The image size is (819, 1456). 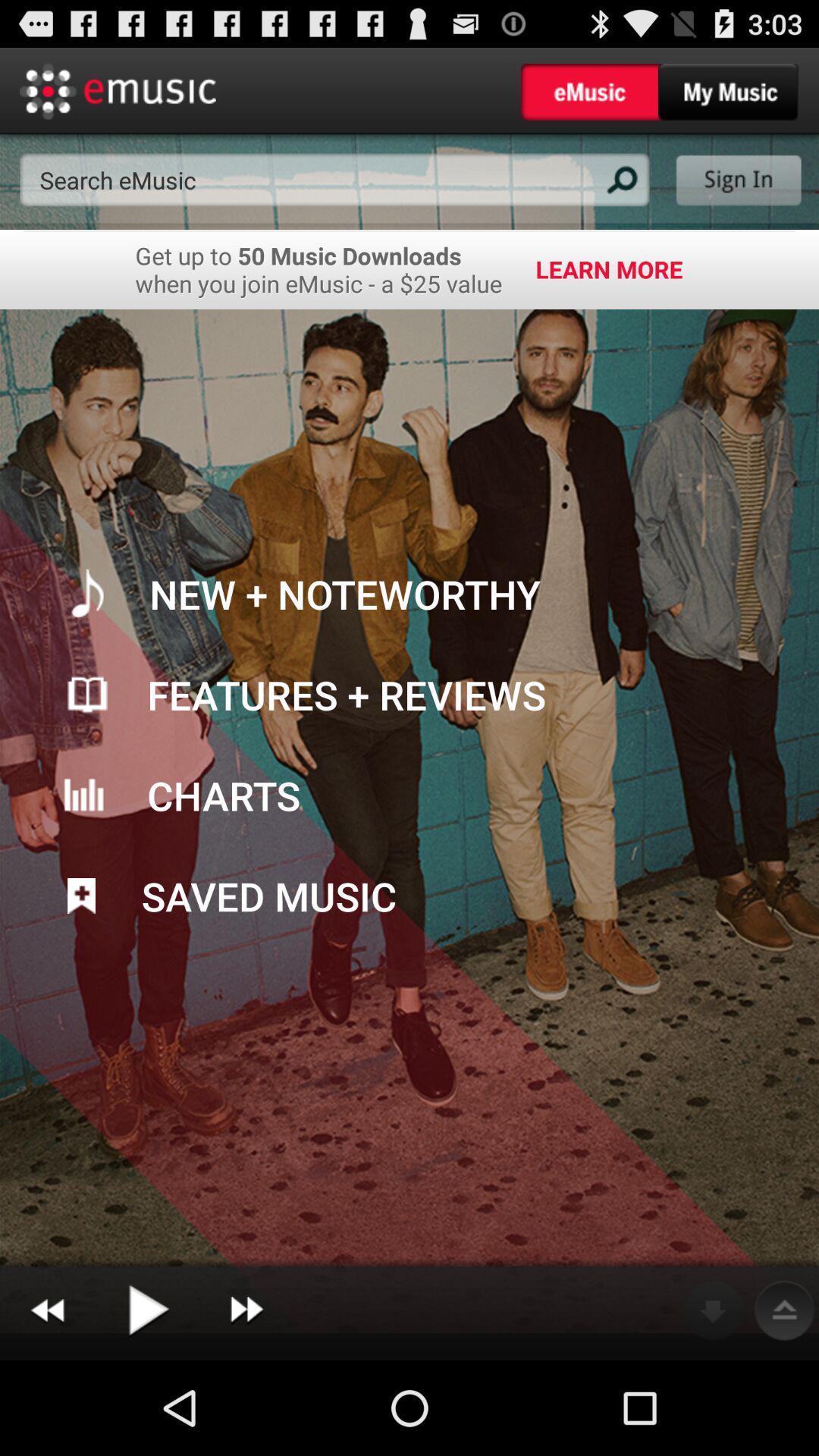 I want to click on the play icon, so click(x=147, y=1402).